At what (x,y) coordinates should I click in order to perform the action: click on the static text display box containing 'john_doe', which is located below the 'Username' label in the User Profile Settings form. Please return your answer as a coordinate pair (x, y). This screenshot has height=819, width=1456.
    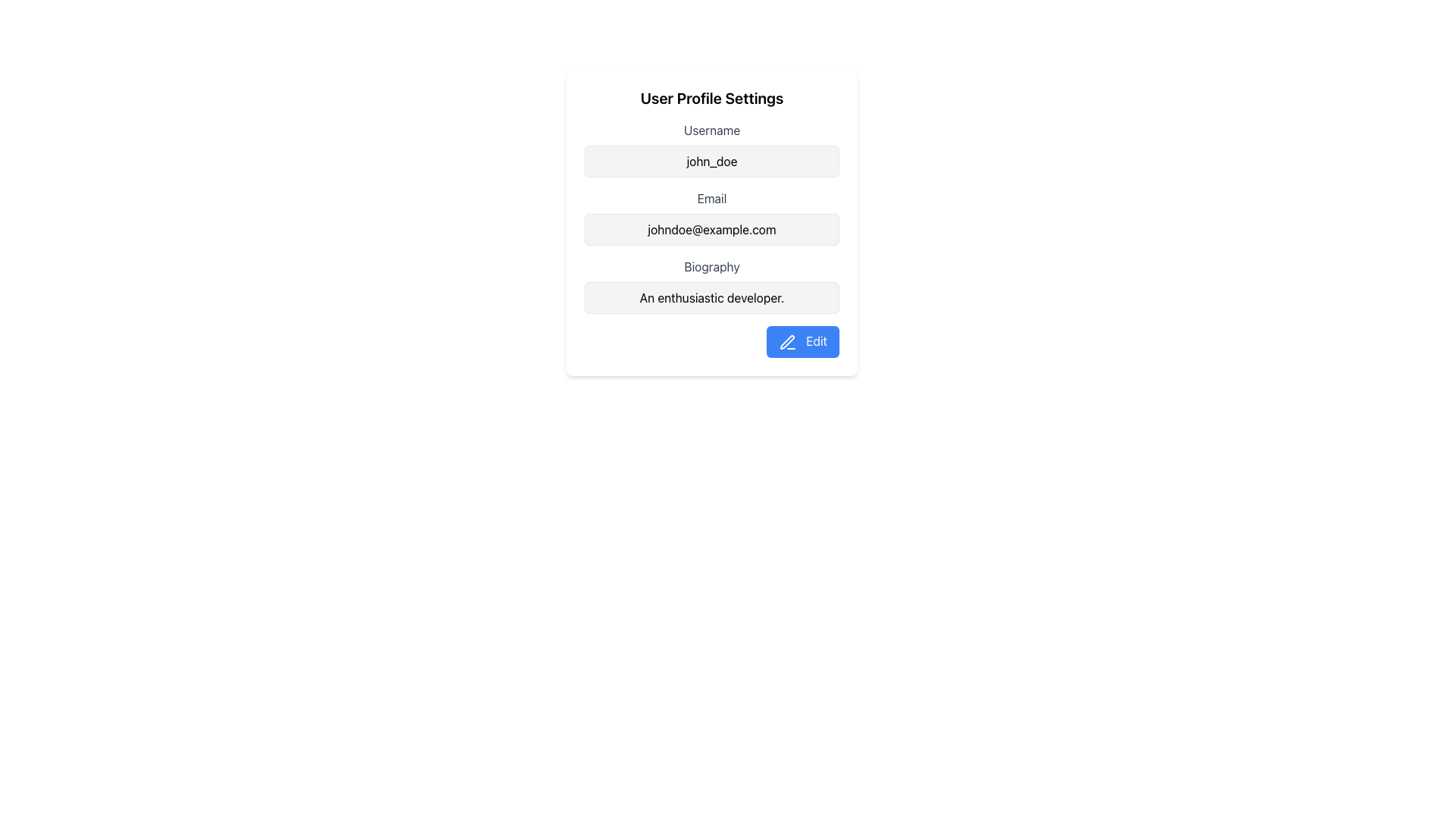
    Looking at the image, I should click on (711, 161).